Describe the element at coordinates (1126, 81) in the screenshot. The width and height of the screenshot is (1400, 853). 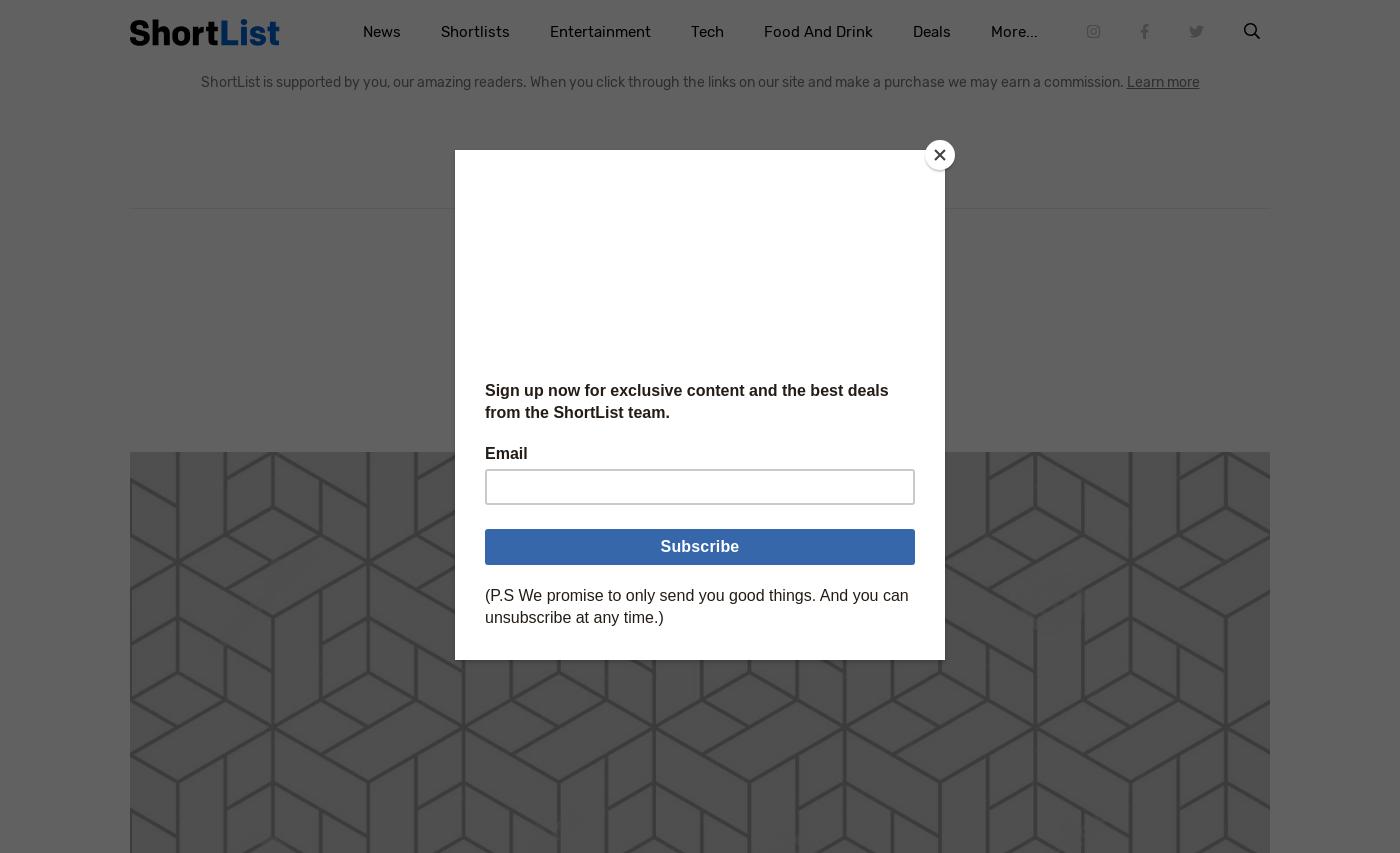
I see `'Learn more'` at that location.